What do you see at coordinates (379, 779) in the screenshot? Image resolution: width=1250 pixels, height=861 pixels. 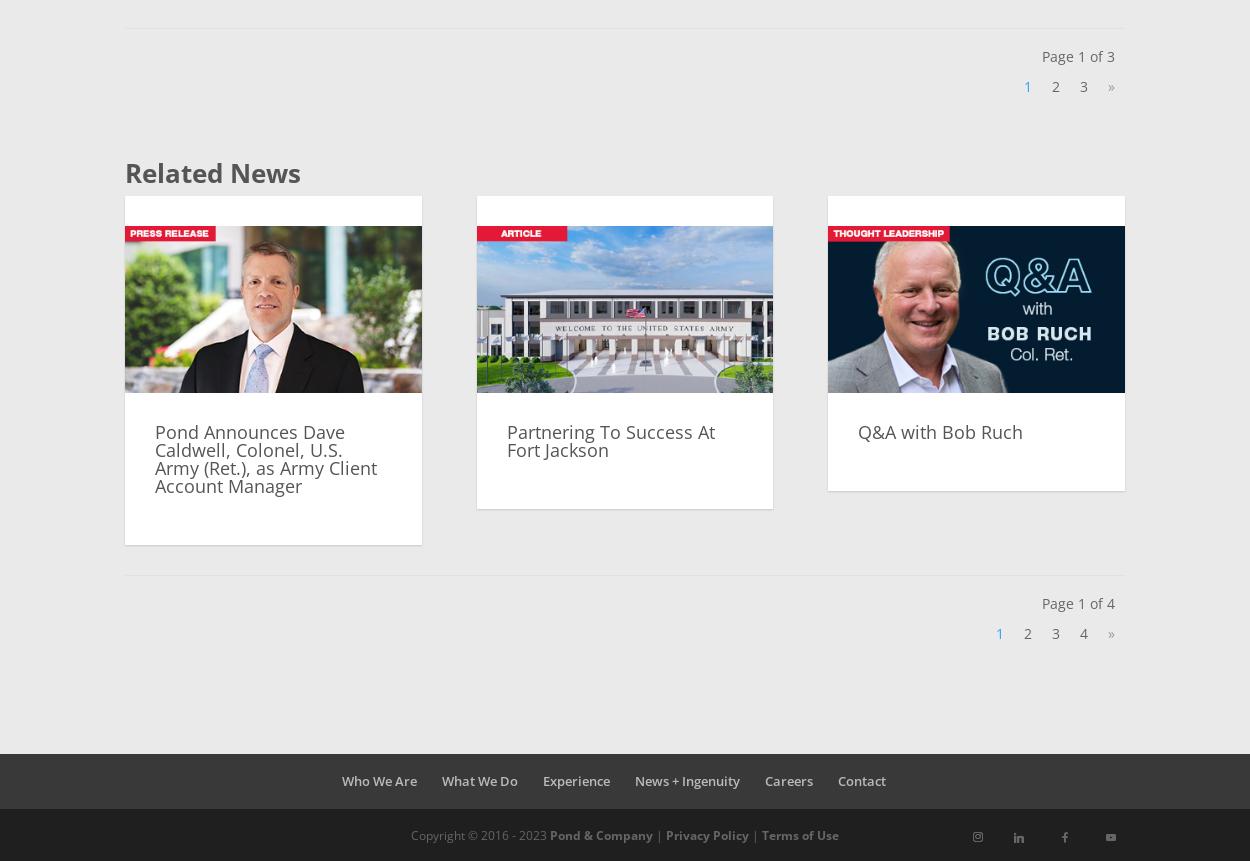 I see `'Who We Are'` at bounding box center [379, 779].